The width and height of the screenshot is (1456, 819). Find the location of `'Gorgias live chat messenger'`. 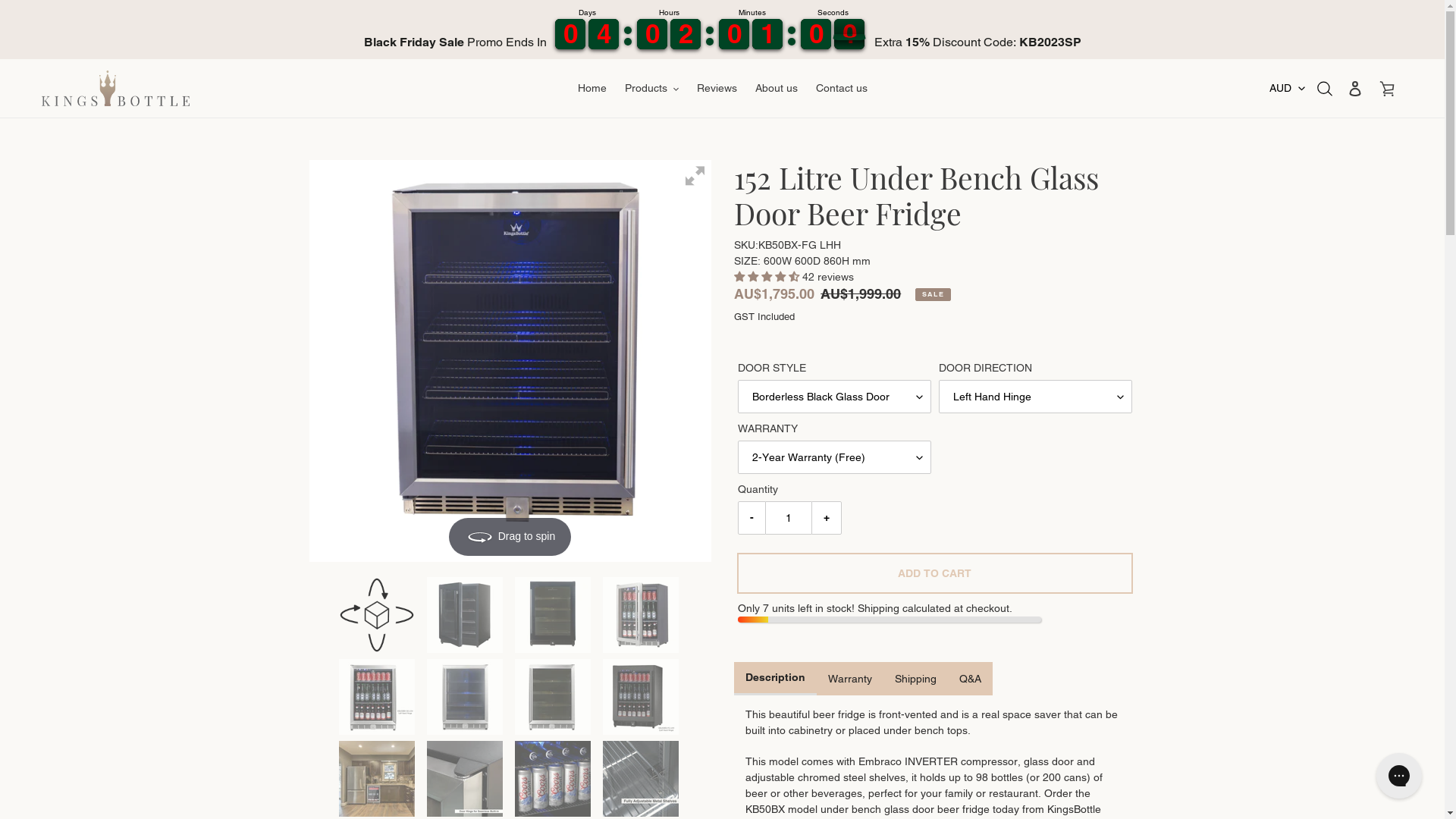

'Gorgias live chat messenger' is located at coordinates (1398, 775).